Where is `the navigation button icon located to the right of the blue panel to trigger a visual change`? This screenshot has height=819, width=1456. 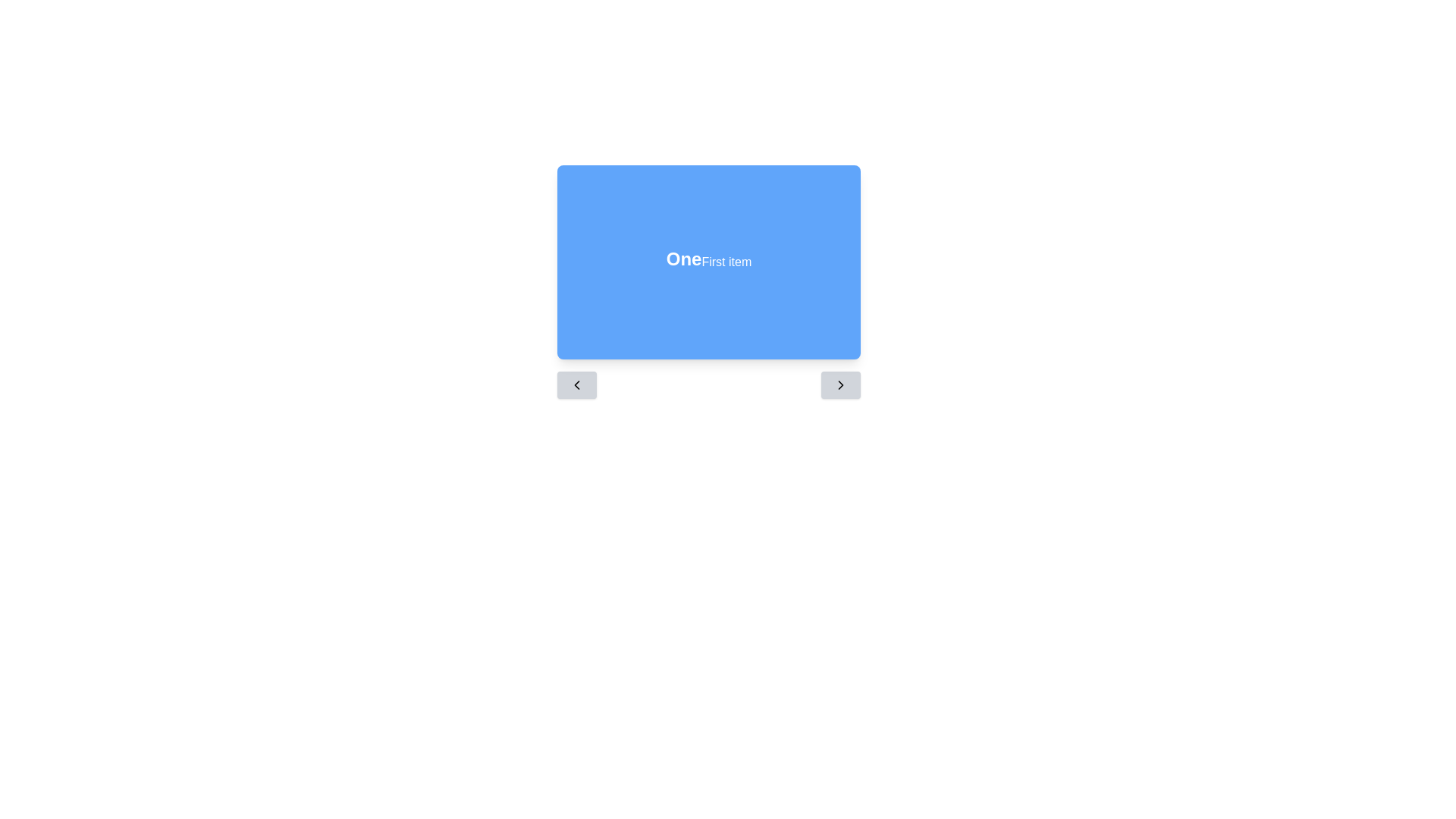
the navigation button icon located to the right of the blue panel to trigger a visual change is located at coordinates (839, 384).